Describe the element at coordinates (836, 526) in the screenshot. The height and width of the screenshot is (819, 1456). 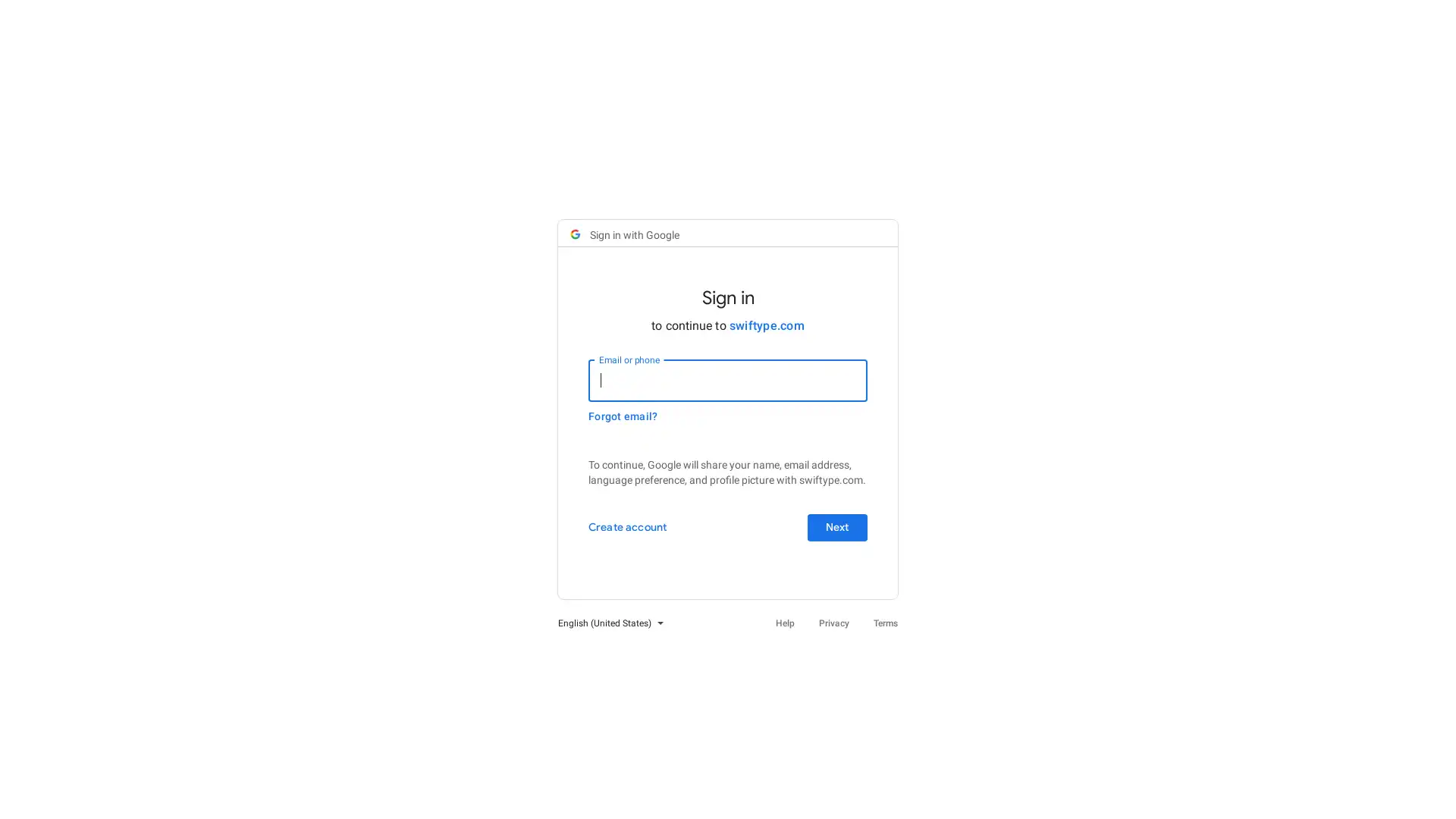
I see `Next` at that location.